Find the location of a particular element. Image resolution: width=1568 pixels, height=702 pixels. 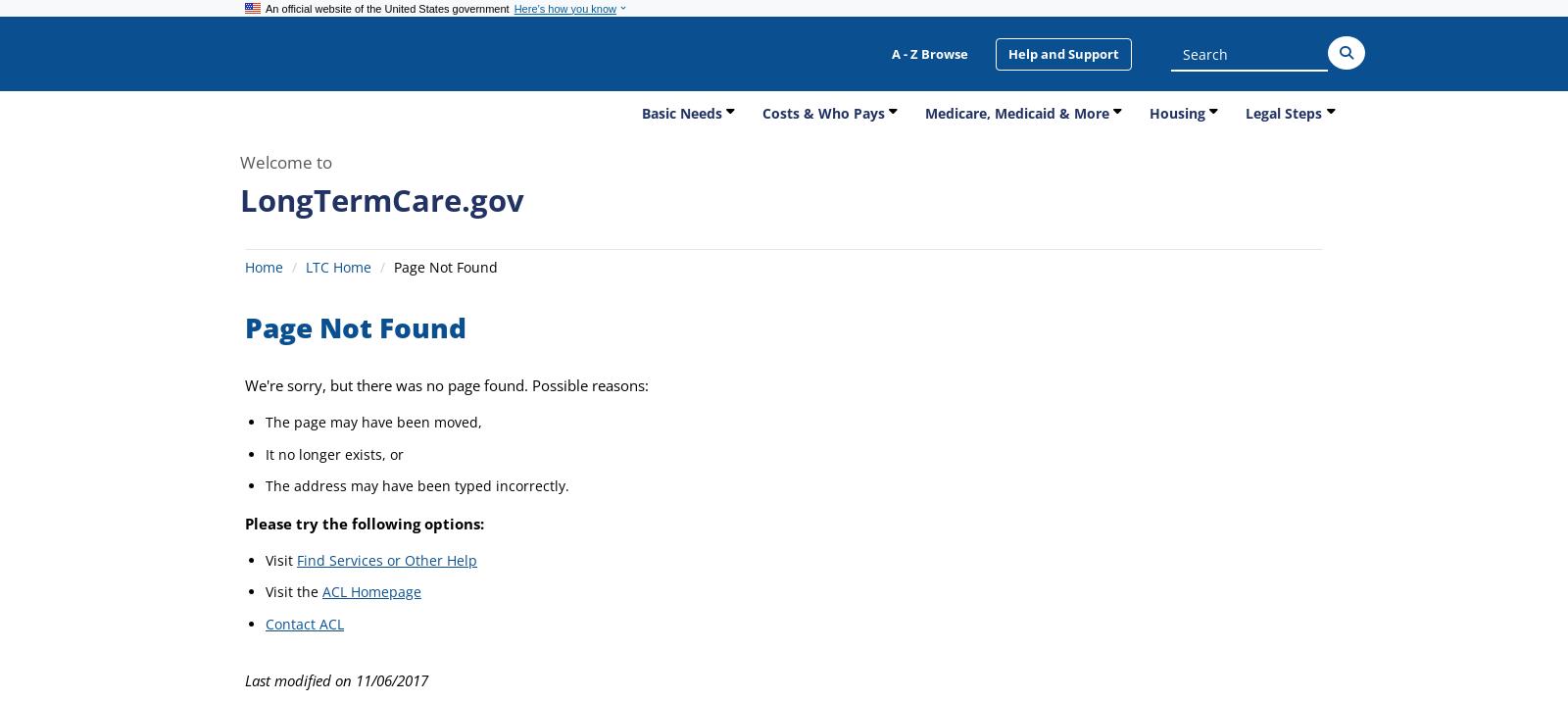

'Home' is located at coordinates (264, 266).